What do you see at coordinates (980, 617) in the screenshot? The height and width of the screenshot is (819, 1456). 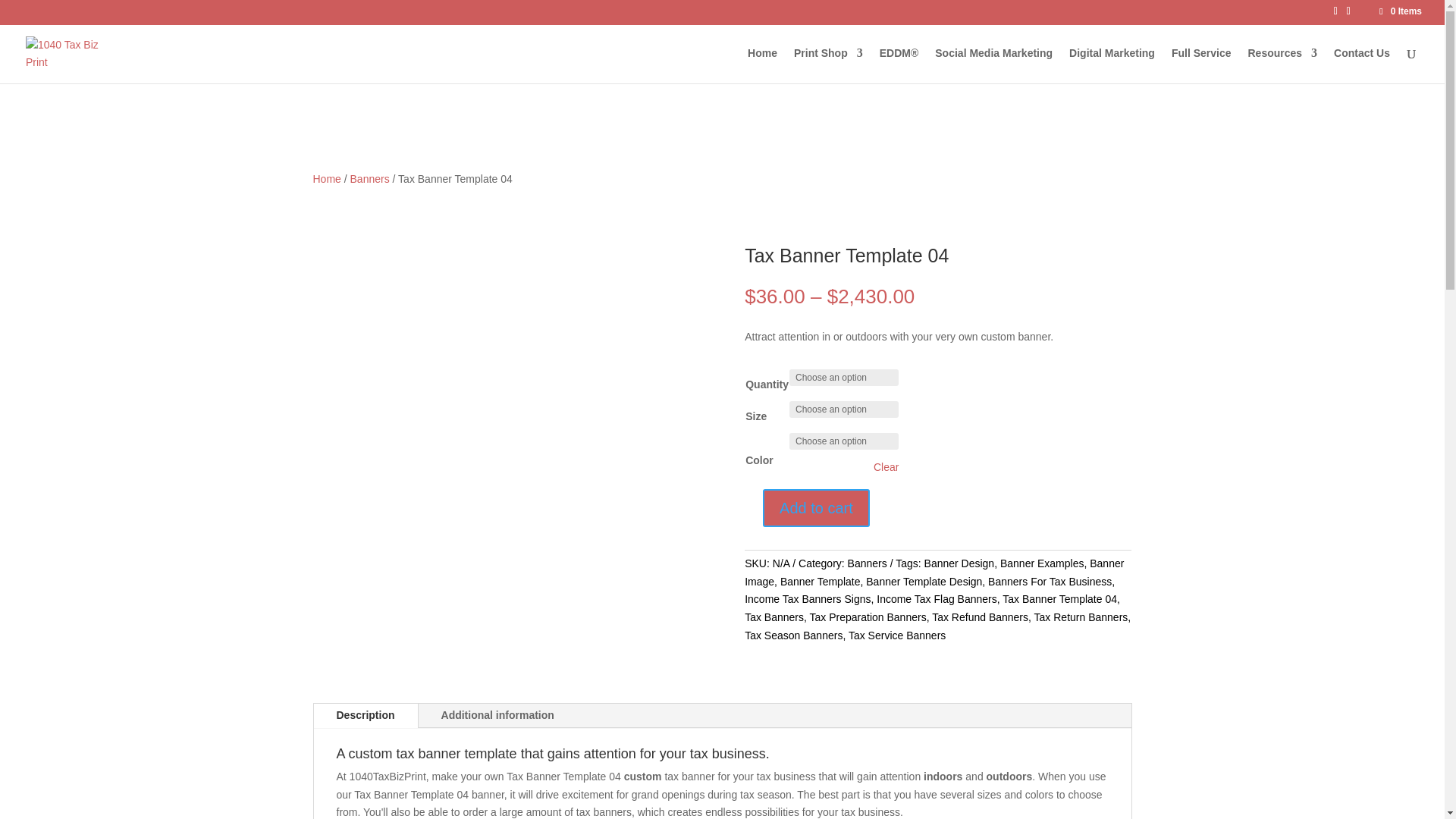 I see `'Tax Refund Banners'` at bounding box center [980, 617].